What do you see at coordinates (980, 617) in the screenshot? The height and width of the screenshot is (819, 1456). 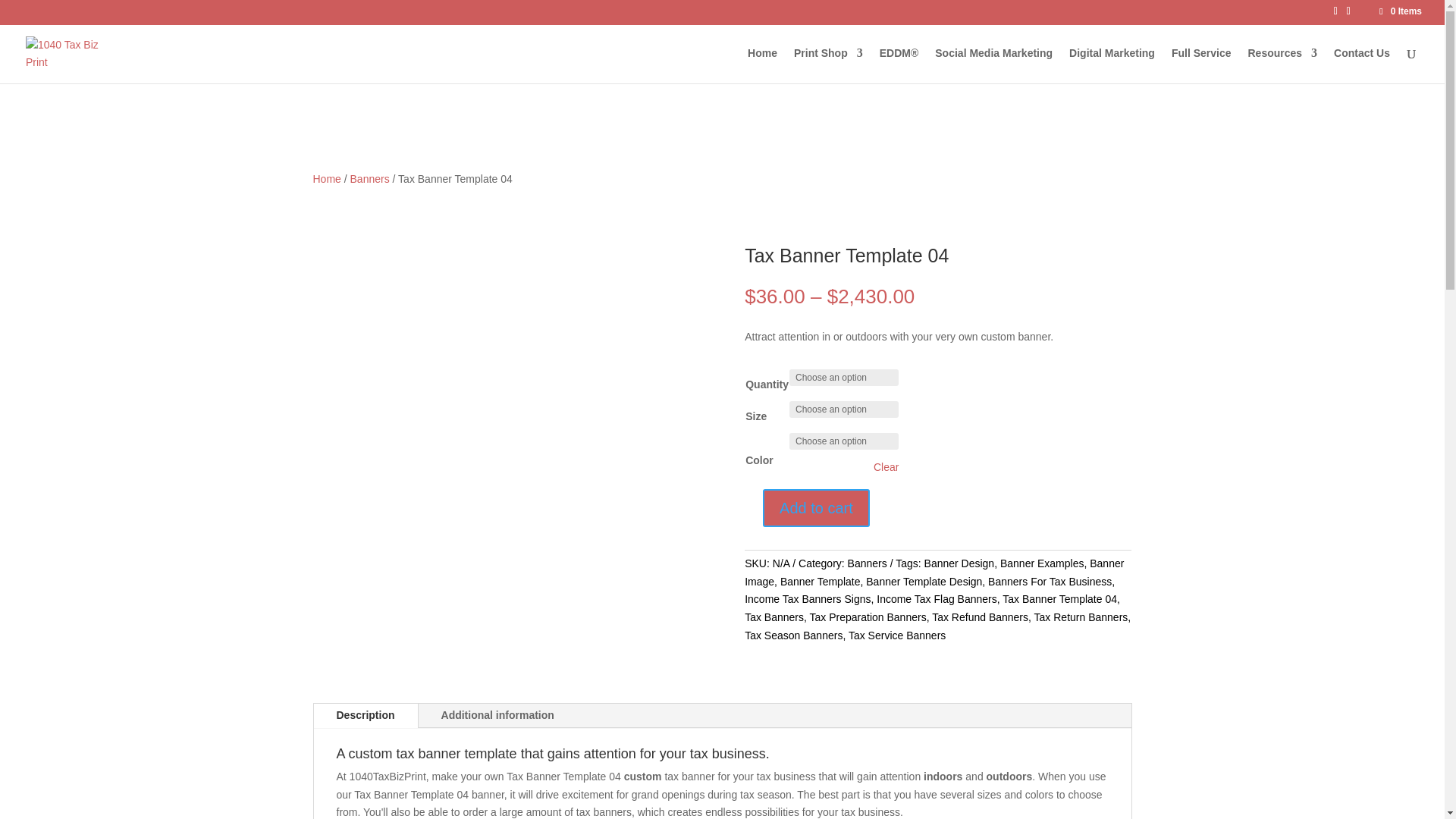 I see `'Tax Refund Banners'` at bounding box center [980, 617].